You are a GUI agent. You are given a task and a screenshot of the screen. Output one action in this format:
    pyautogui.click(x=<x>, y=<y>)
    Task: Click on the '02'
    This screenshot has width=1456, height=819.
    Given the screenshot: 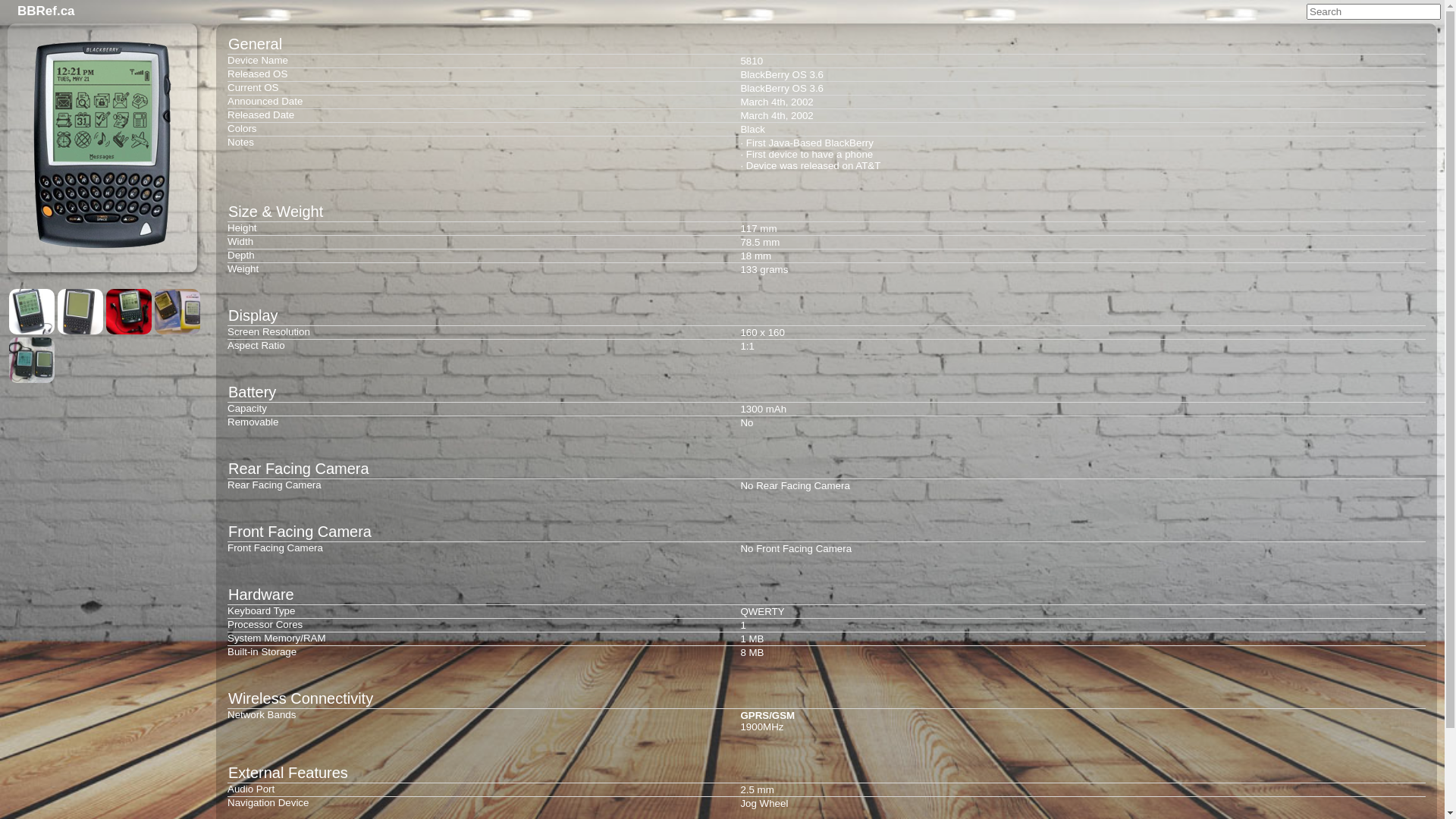 What is the action you would take?
    pyautogui.click(x=58, y=311)
    